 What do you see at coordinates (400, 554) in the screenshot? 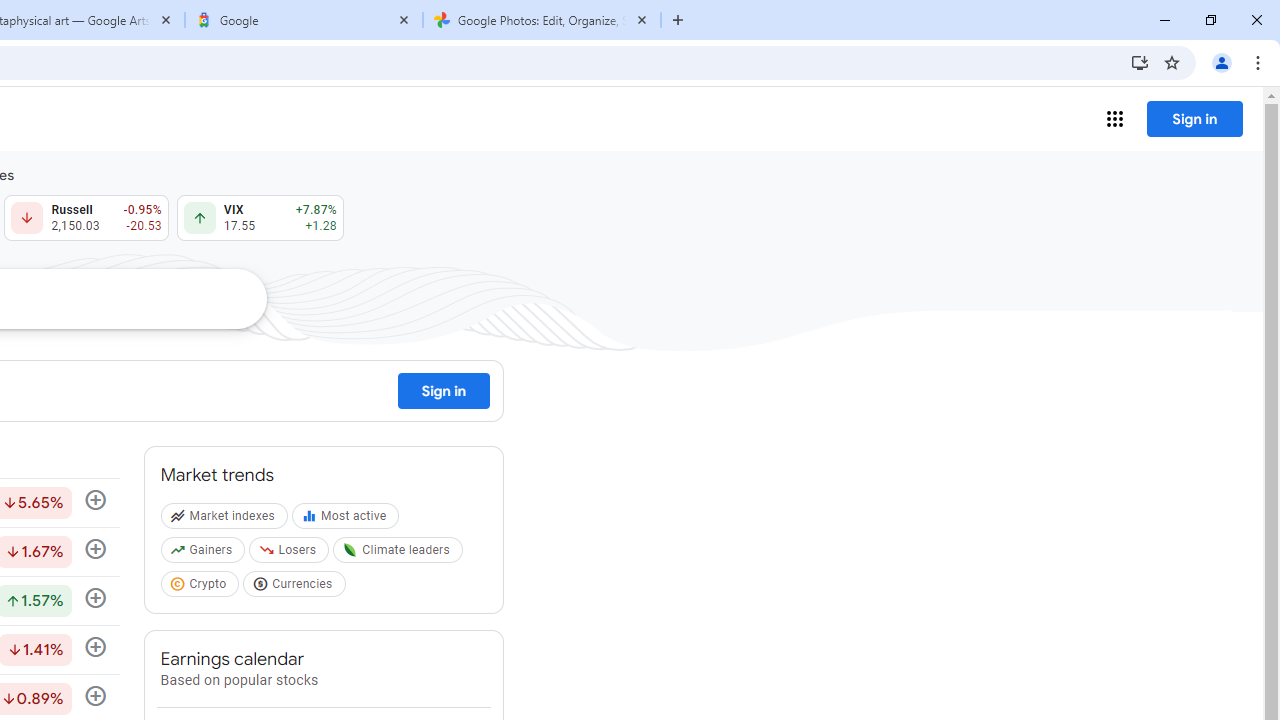
I see `'GLeaf logo Climate leaders'` at bounding box center [400, 554].